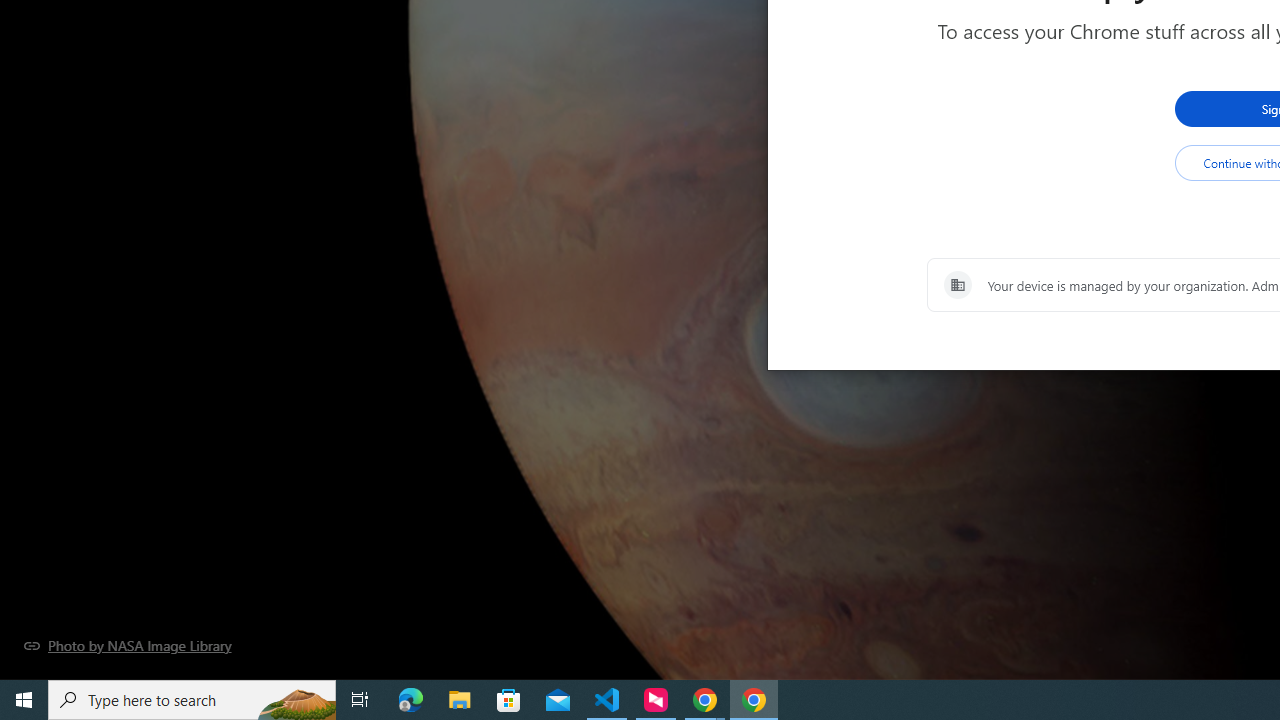 Image resolution: width=1280 pixels, height=720 pixels. I want to click on 'Type here to search', so click(192, 698).